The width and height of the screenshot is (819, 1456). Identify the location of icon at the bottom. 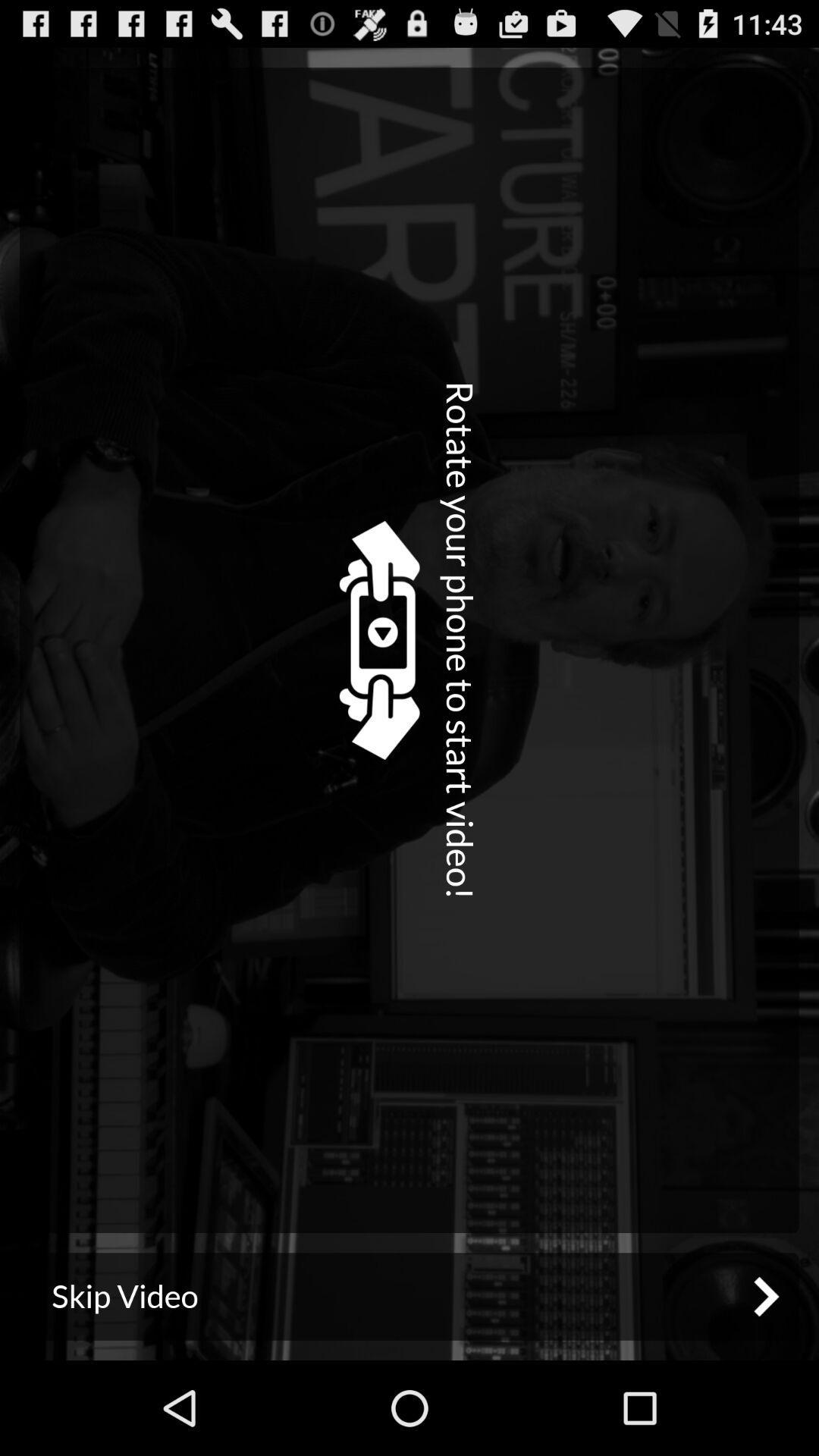
(409, 1295).